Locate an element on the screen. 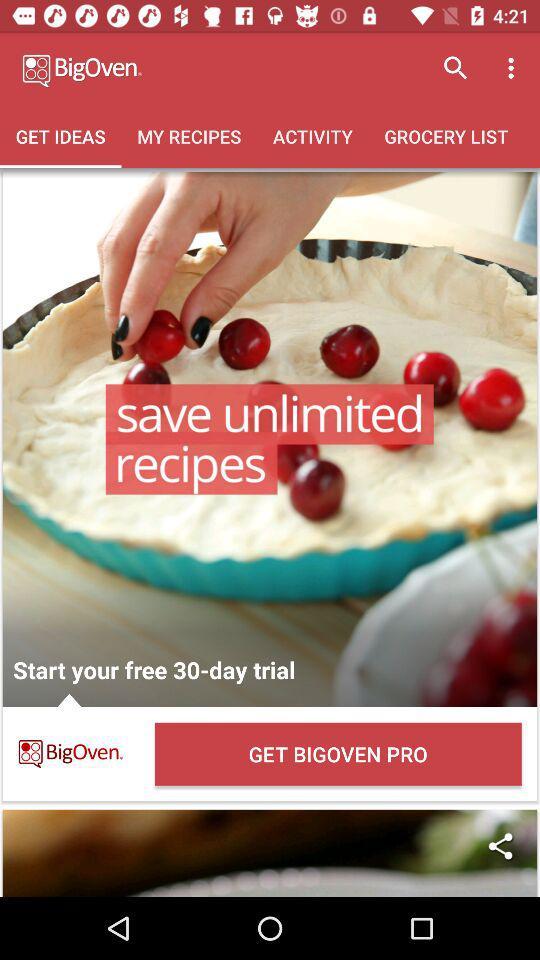 This screenshot has height=960, width=540. icon above the grocery list icon is located at coordinates (513, 68).